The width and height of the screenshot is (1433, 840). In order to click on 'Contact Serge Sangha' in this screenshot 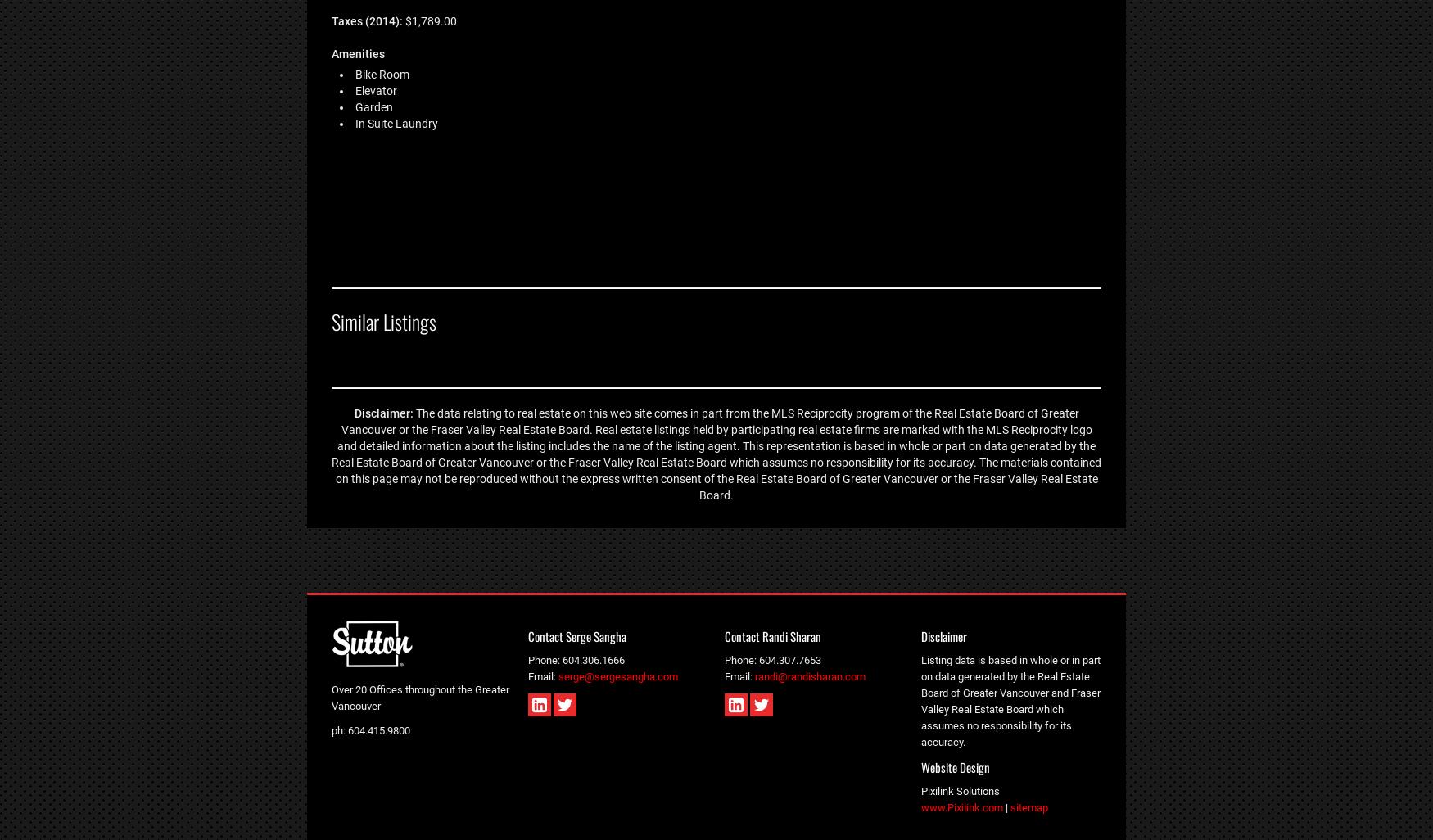, I will do `click(577, 635)`.